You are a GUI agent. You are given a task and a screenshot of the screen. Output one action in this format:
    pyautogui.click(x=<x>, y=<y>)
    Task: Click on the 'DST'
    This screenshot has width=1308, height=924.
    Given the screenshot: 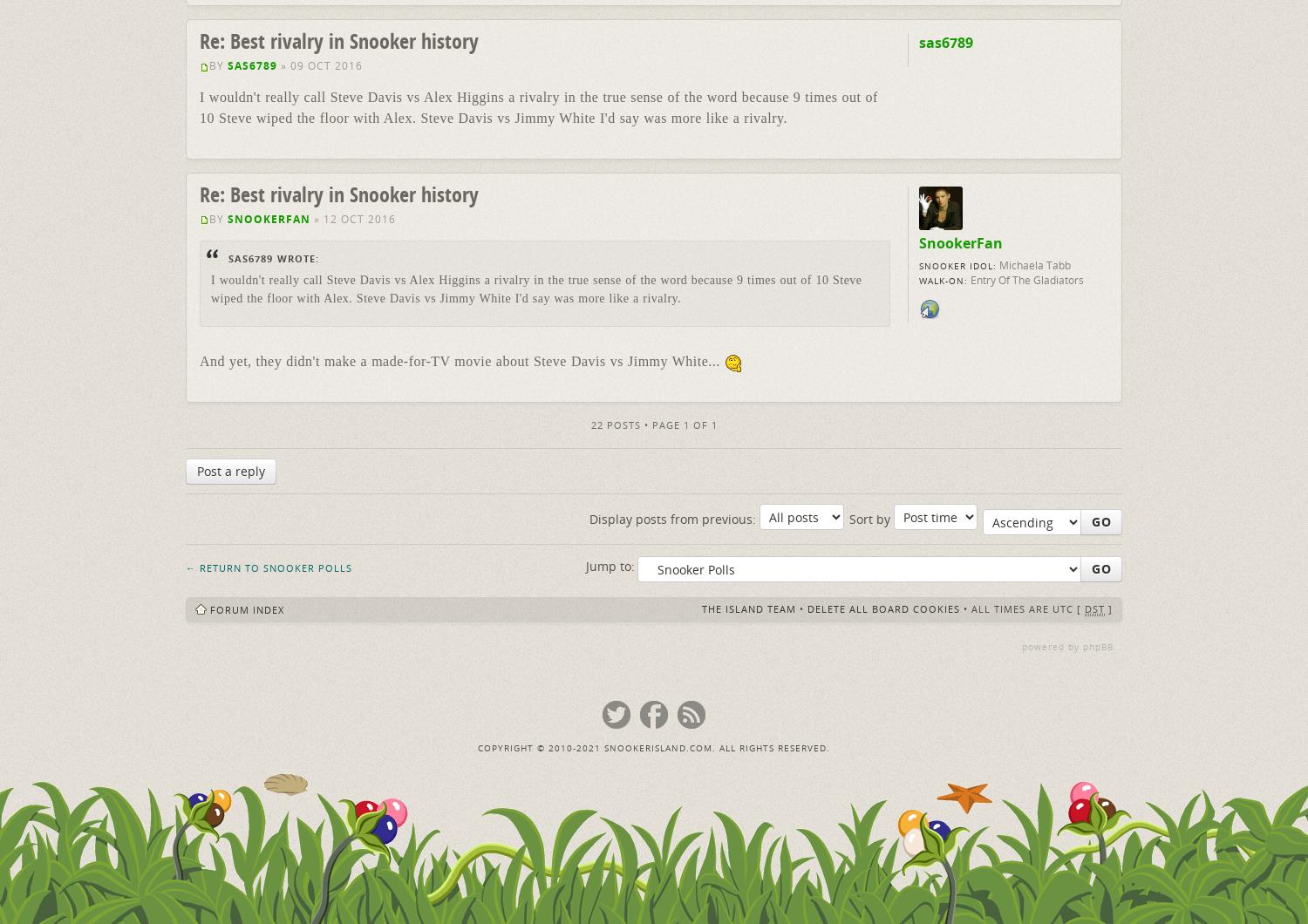 What is the action you would take?
    pyautogui.click(x=1094, y=607)
    